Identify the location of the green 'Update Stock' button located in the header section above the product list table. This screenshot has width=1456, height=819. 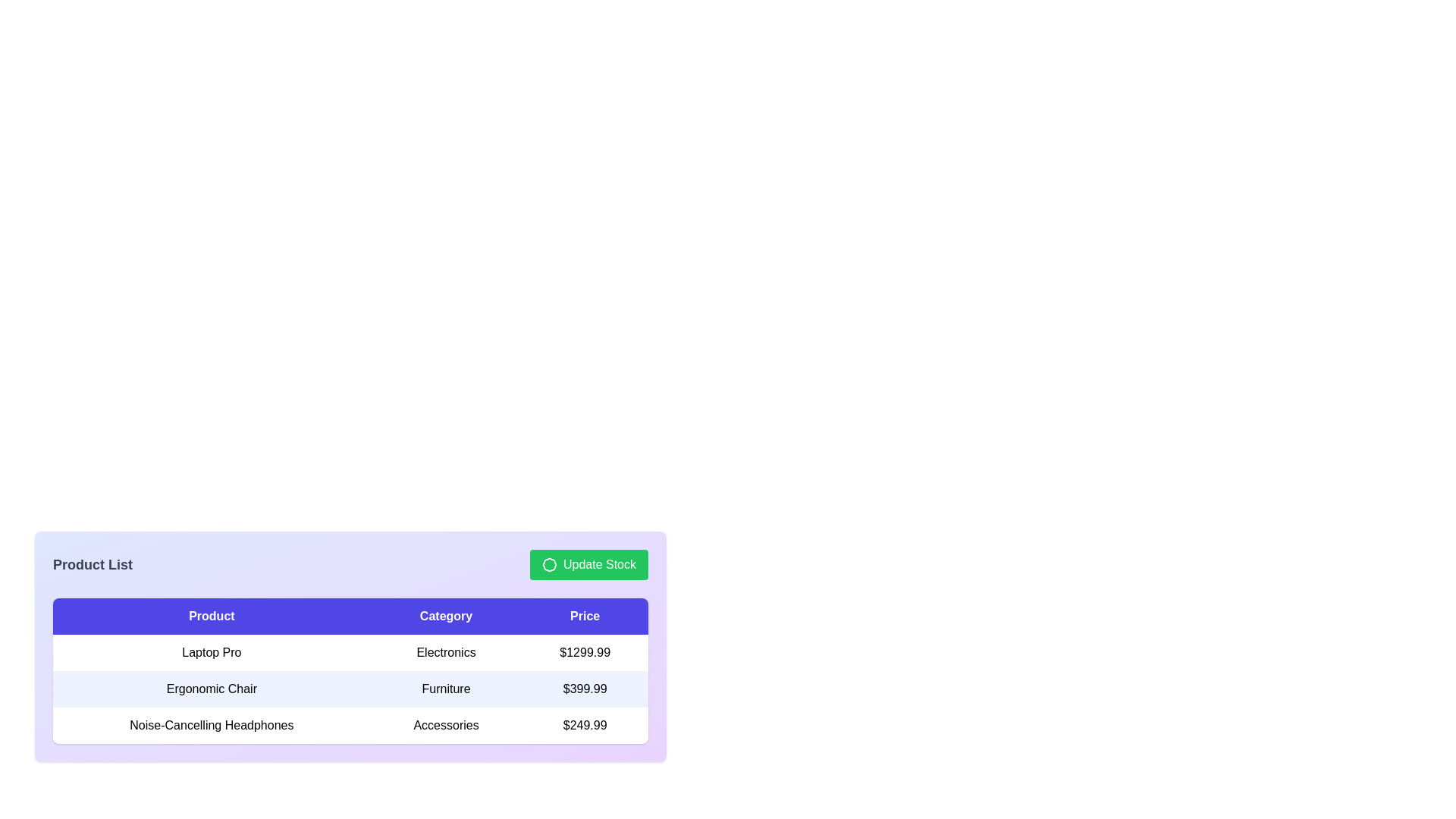
(588, 564).